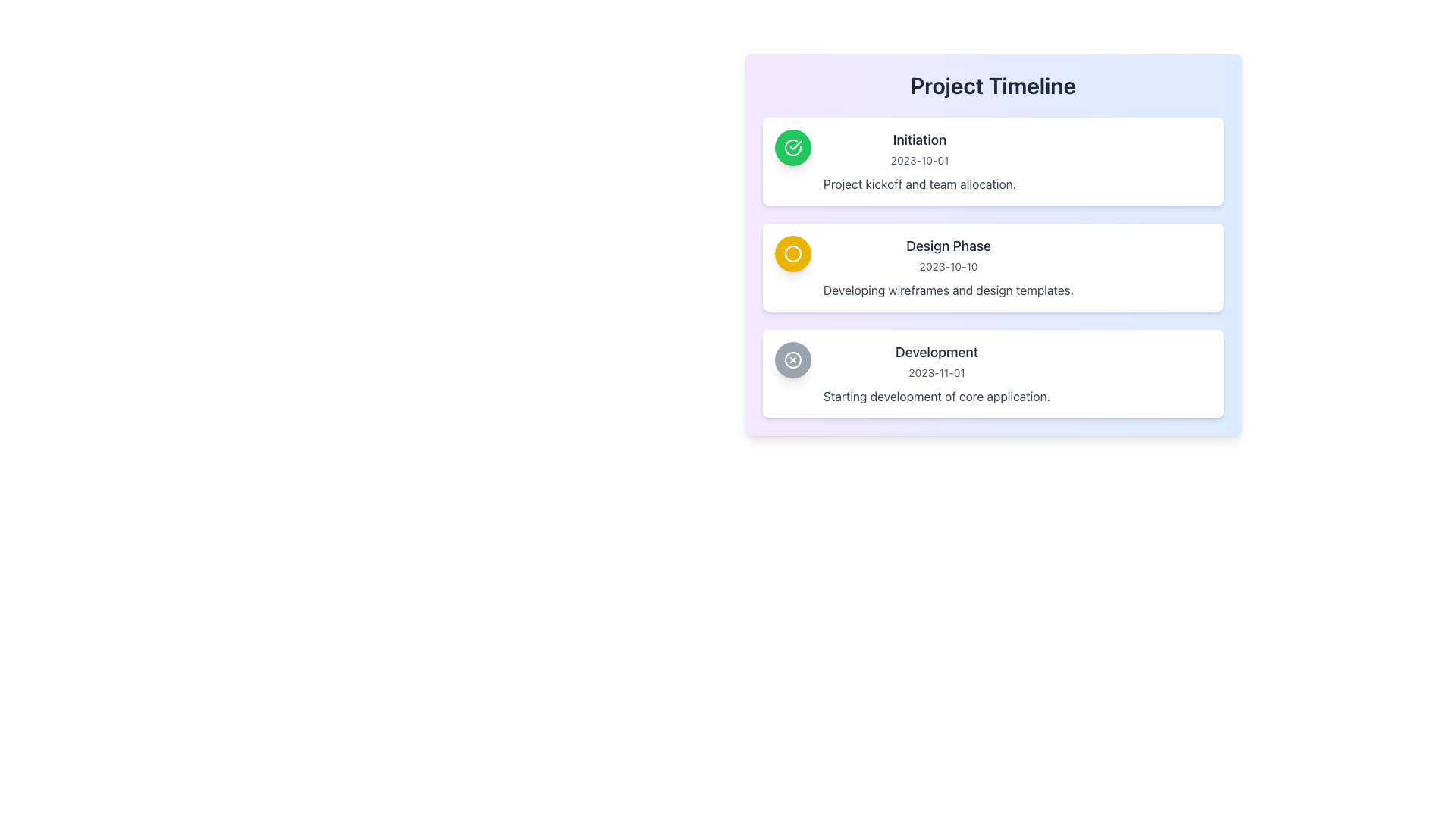 This screenshot has width=1456, height=819. I want to click on the status indicator represented by the small circular icon with a gray border and a white cross mark, located at the bottom of the timeline list for the 'Development' phase, so click(792, 359).